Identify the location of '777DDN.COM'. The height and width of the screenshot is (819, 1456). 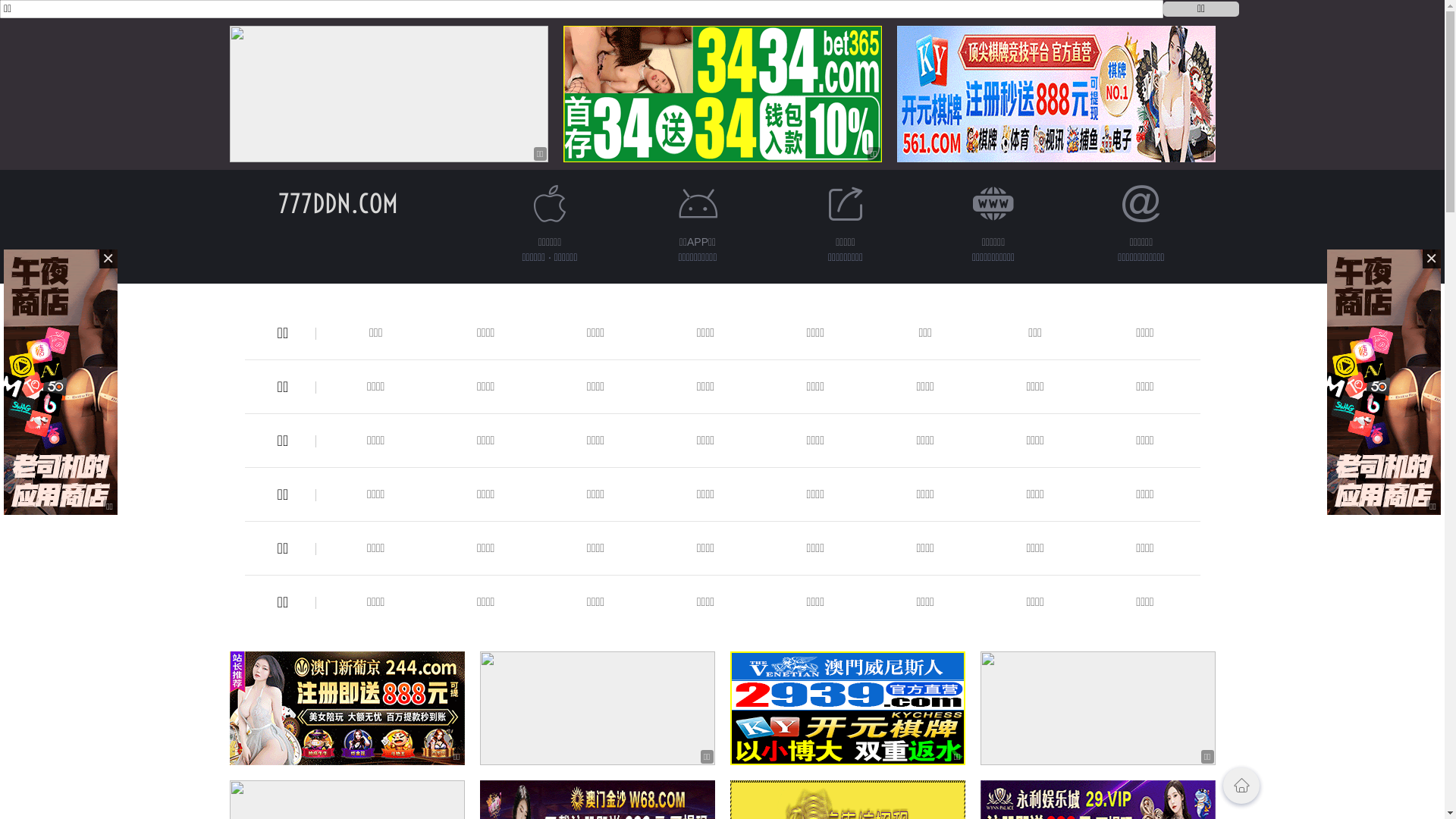
(337, 202).